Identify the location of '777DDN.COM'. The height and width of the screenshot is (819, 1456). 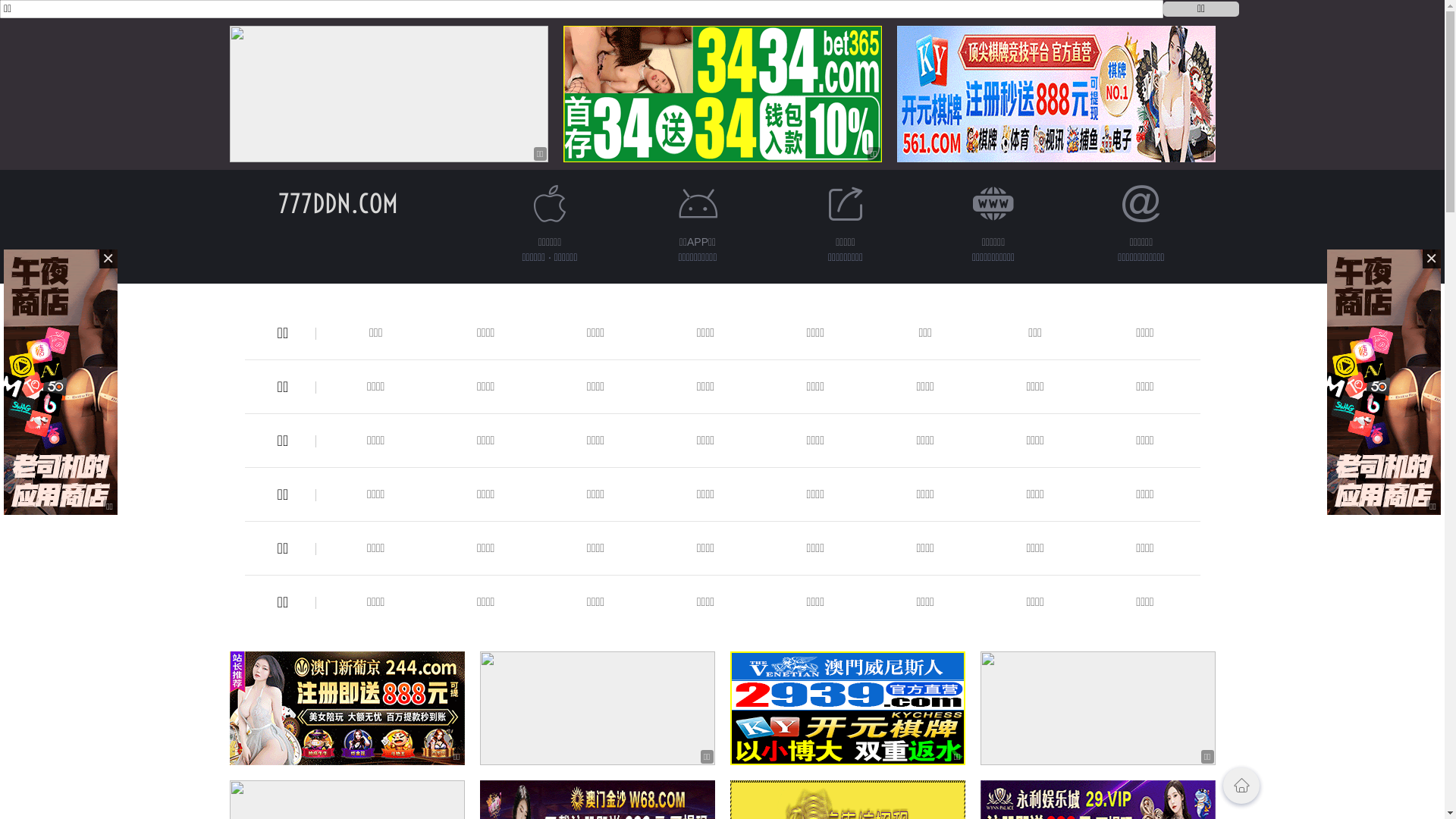
(337, 202).